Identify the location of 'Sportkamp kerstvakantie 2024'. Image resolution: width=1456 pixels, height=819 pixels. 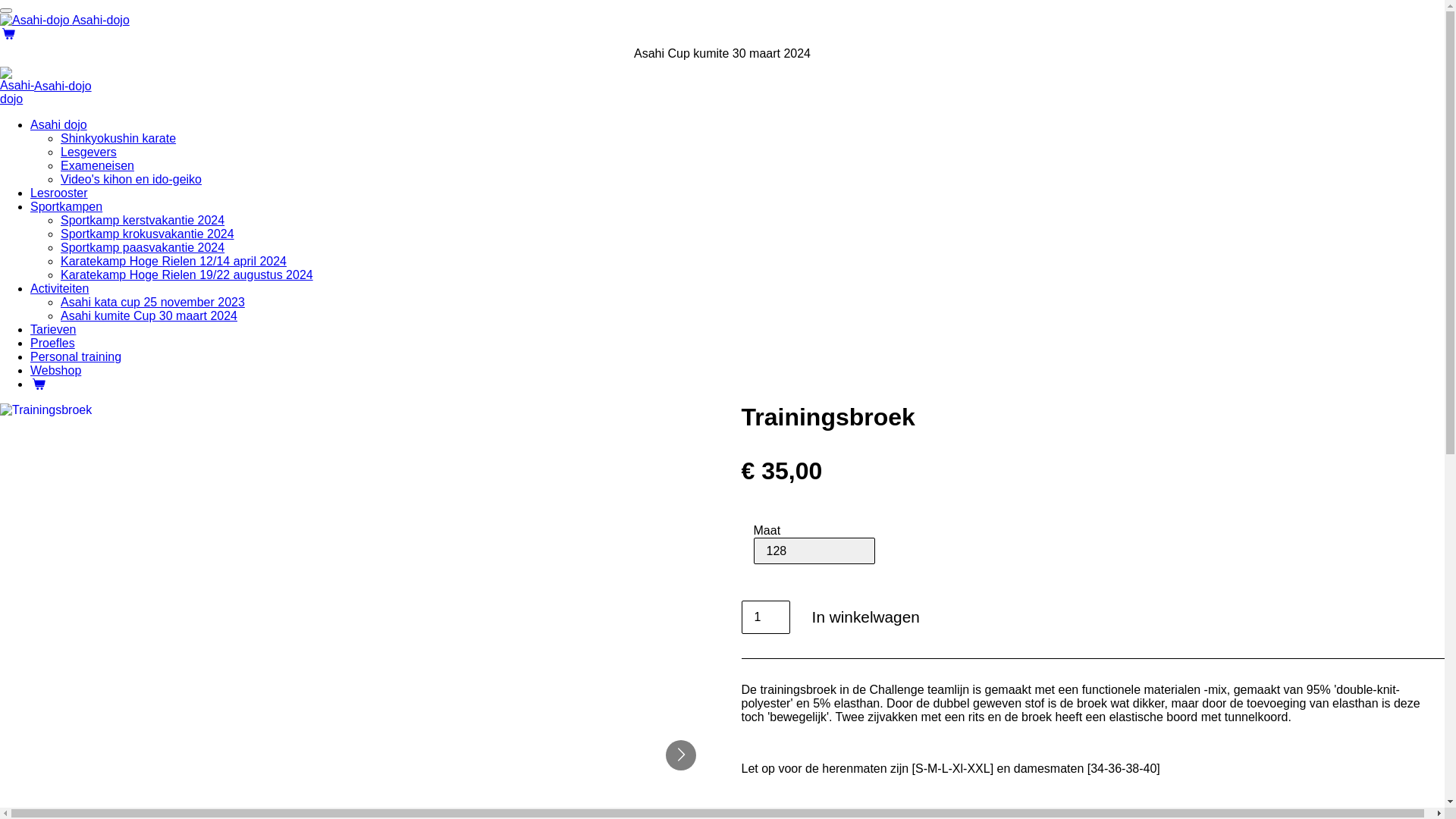
(142, 220).